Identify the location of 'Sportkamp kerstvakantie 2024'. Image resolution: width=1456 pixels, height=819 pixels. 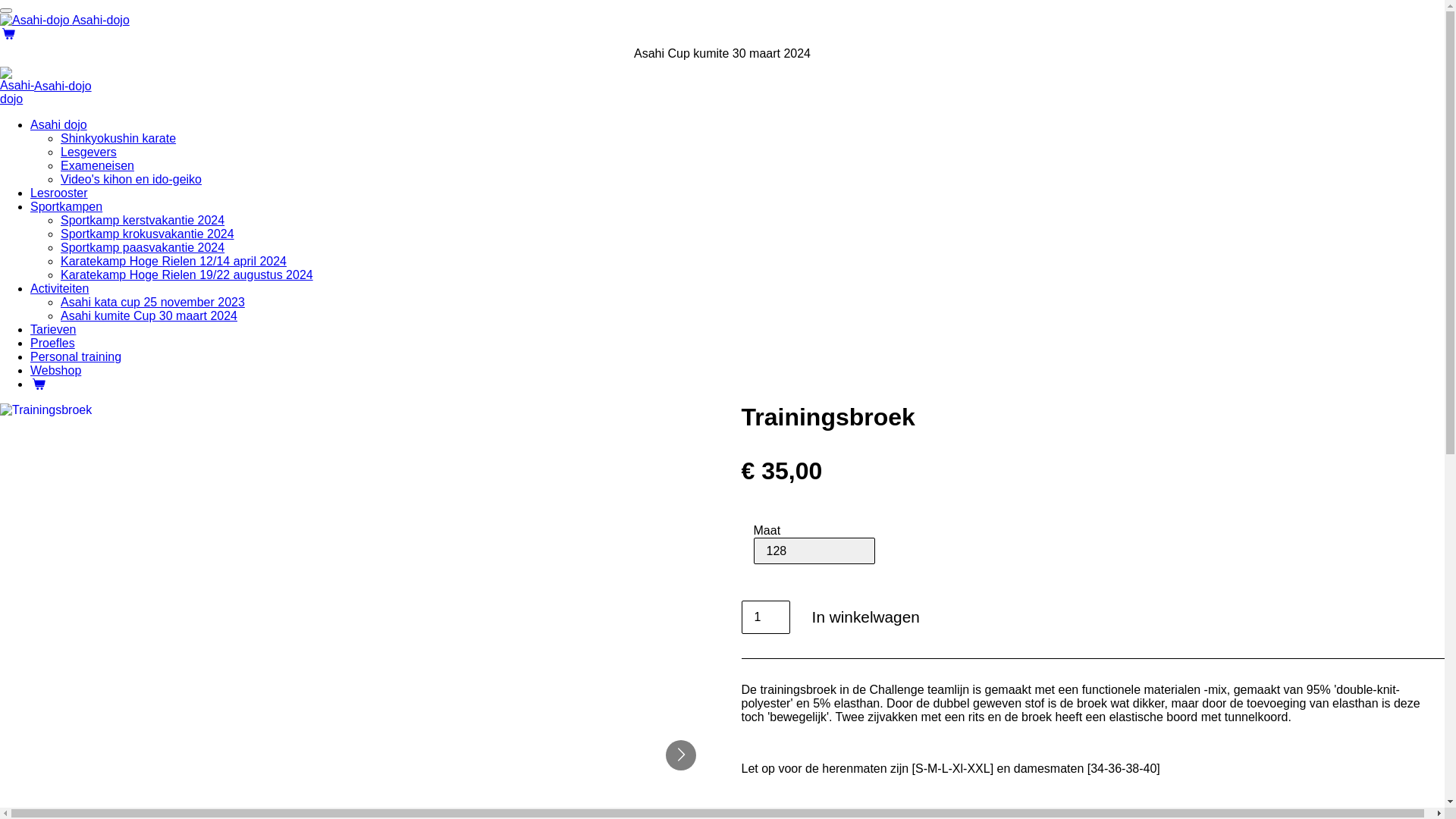
(142, 220).